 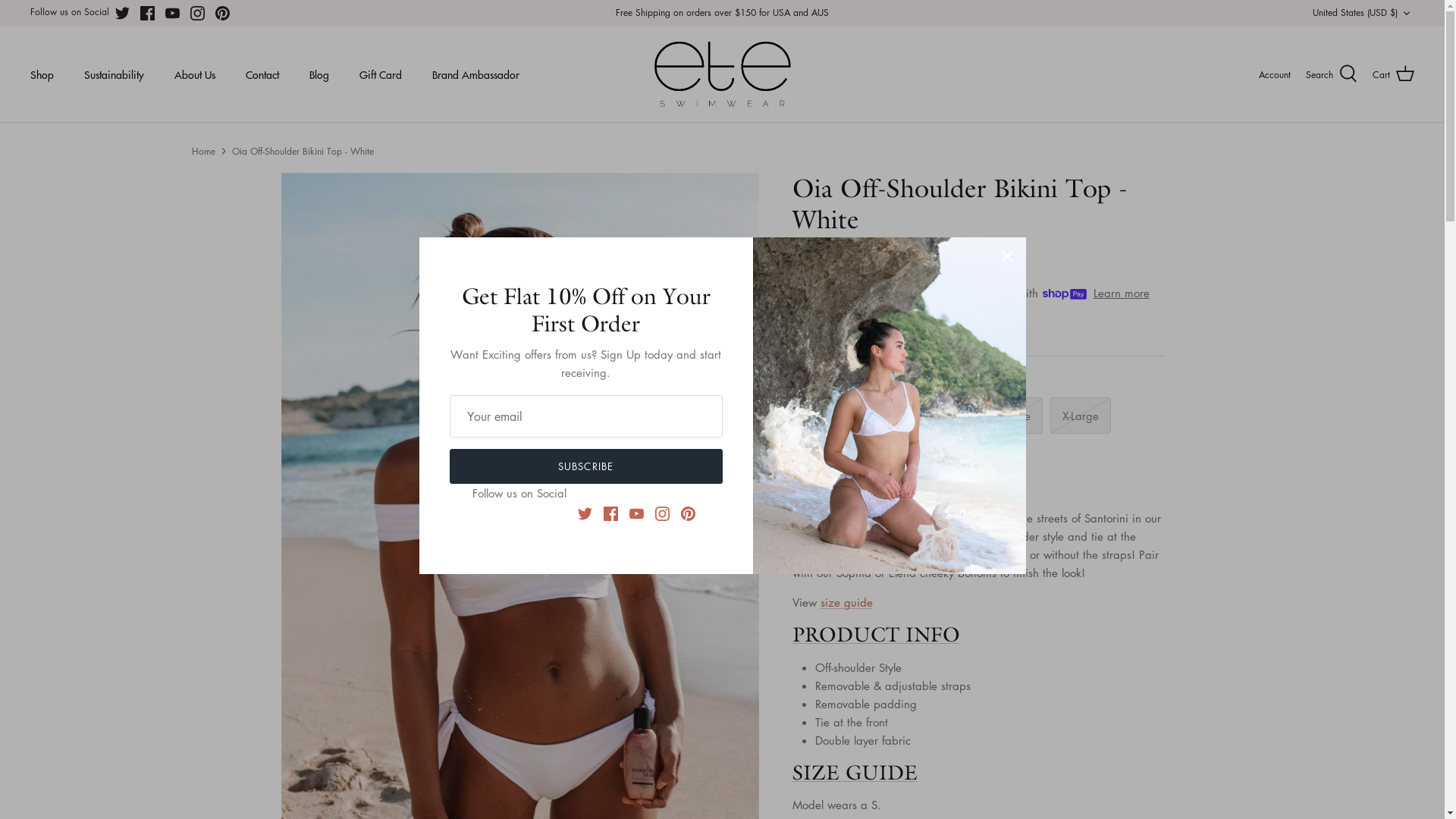 What do you see at coordinates (345, 74) in the screenshot?
I see `'Gift Card'` at bounding box center [345, 74].